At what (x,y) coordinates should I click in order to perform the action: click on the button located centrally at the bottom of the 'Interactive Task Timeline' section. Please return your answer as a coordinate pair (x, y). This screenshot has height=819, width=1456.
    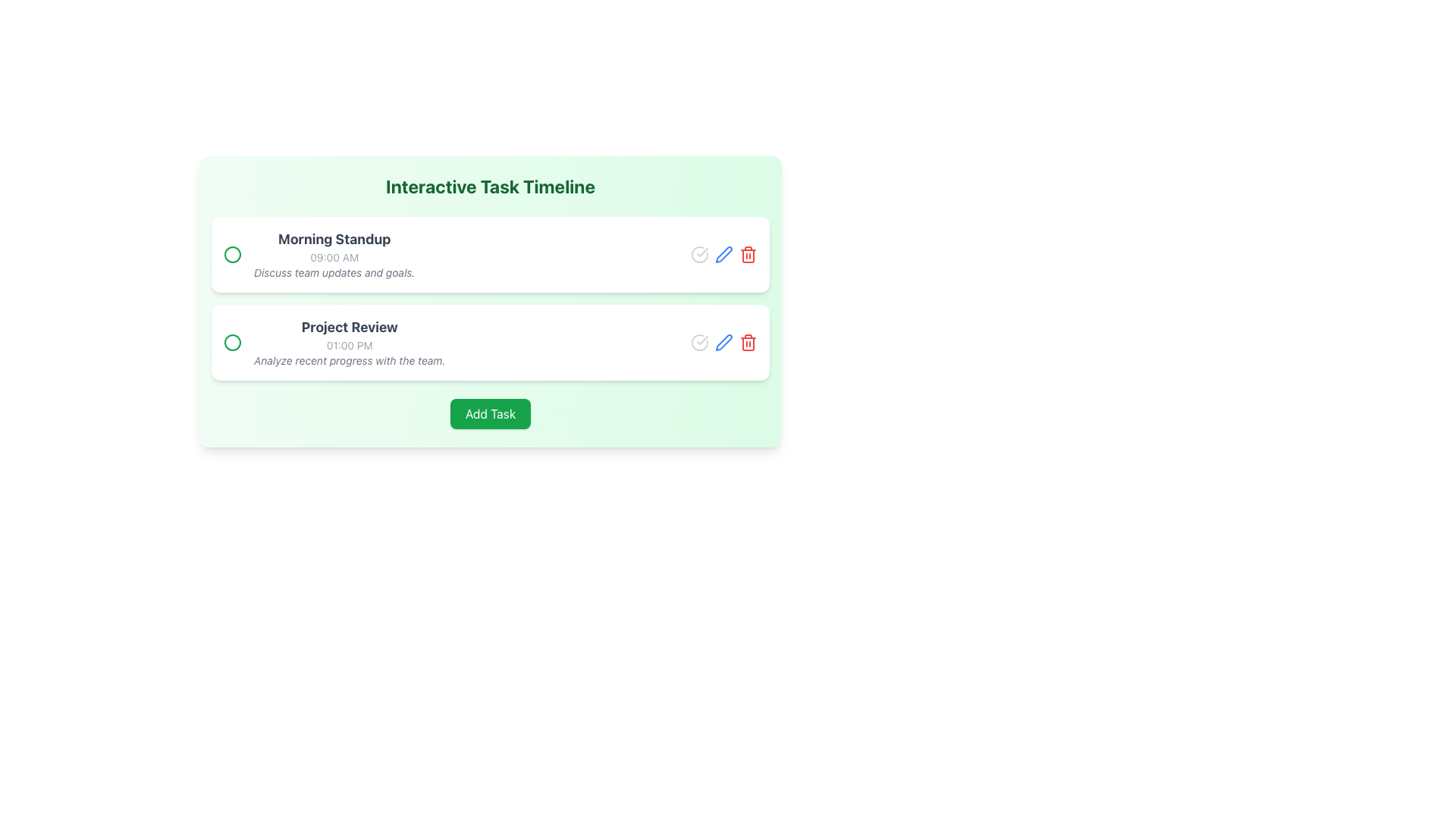
    Looking at the image, I should click on (491, 414).